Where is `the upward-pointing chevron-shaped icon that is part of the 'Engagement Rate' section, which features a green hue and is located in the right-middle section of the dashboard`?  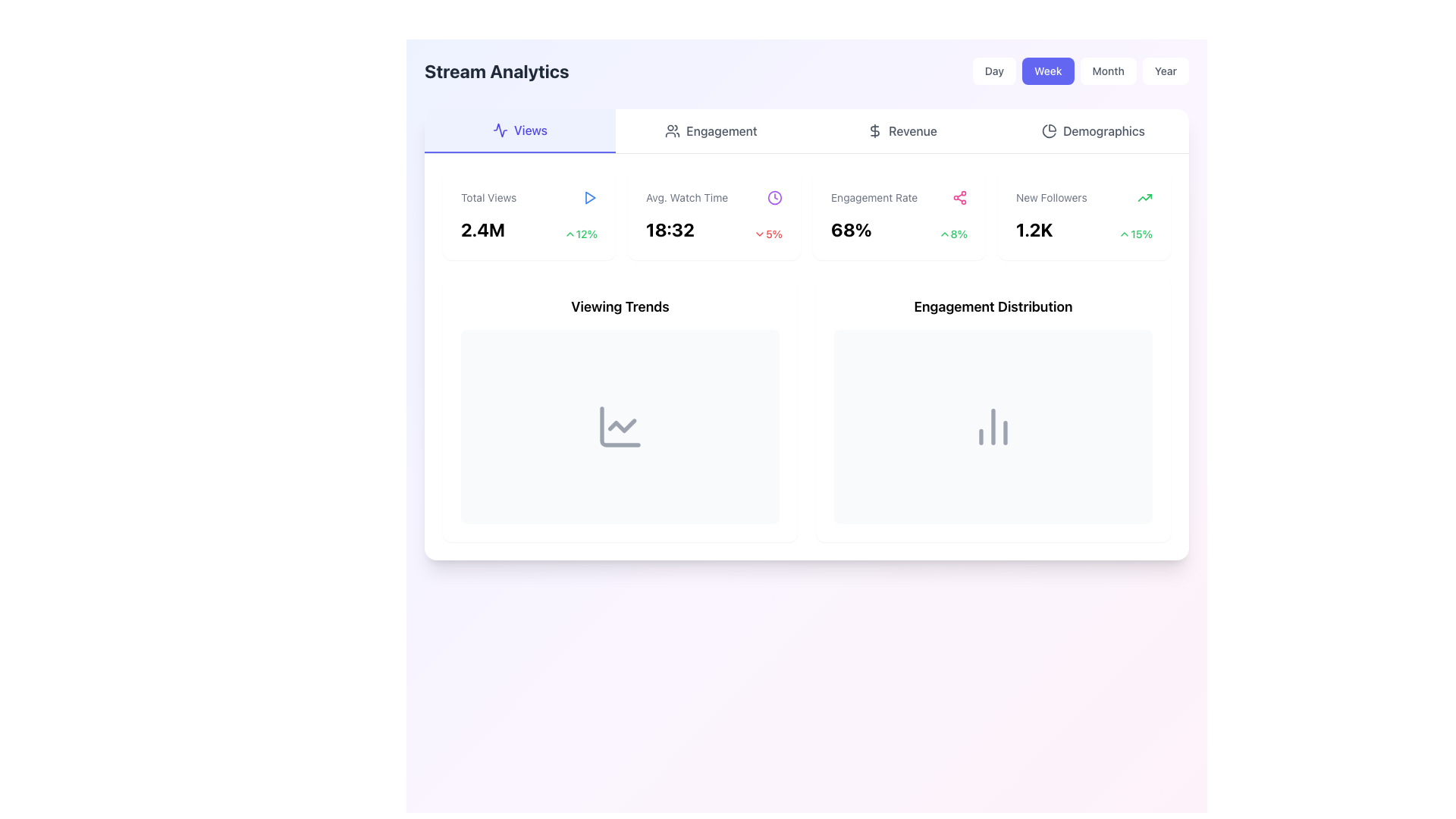 the upward-pointing chevron-shaped icon that is part of the 'Engagement Rate' section, which features a green hue and is located in the right-middle section of the dashboard is located at coordinates (943, 234).